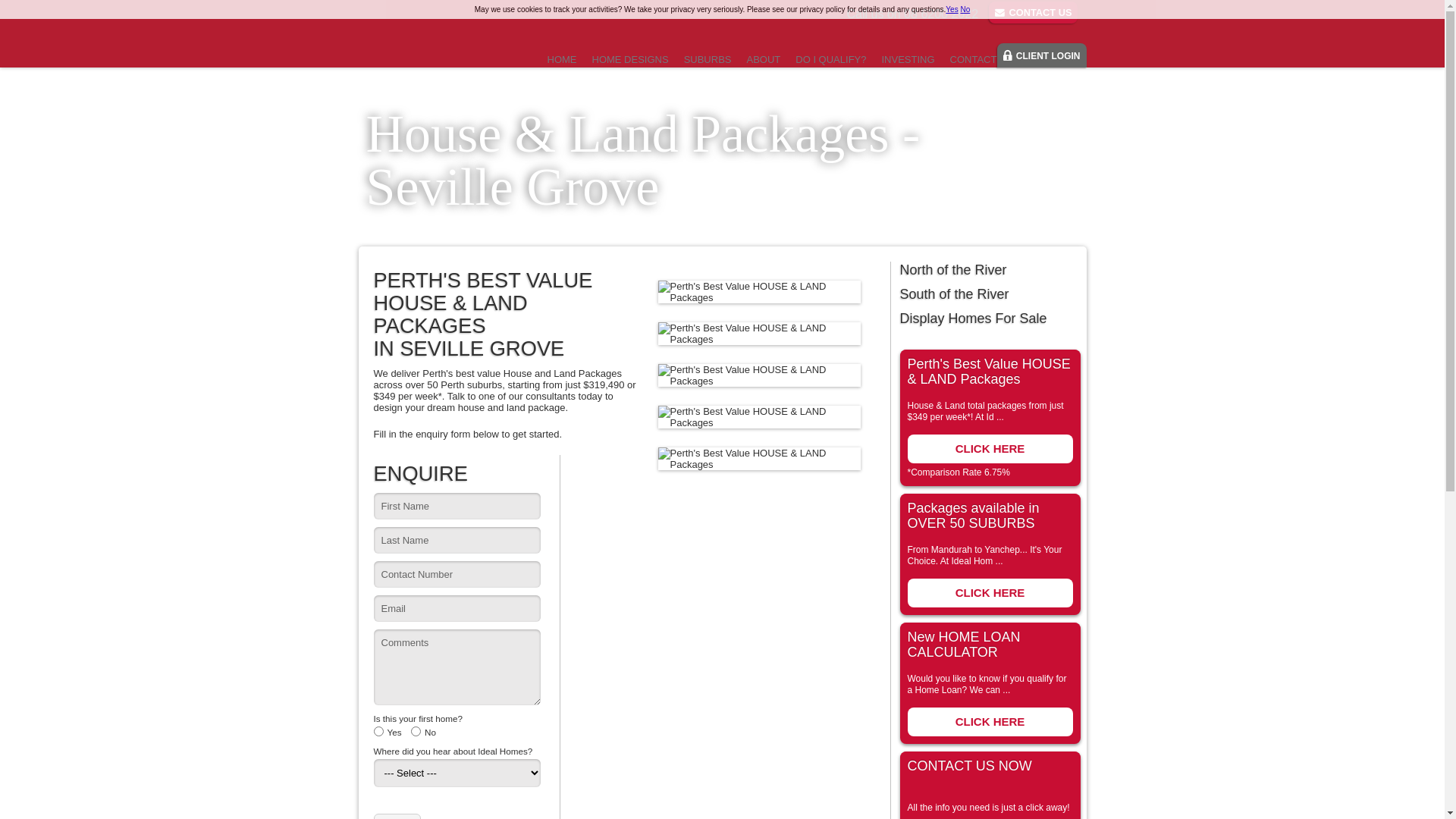 This screenshot has height=819, width=1456. Describe the element at coordinates (1032, 12) in the screenshot. I see `'CONTACT US'` at that location.